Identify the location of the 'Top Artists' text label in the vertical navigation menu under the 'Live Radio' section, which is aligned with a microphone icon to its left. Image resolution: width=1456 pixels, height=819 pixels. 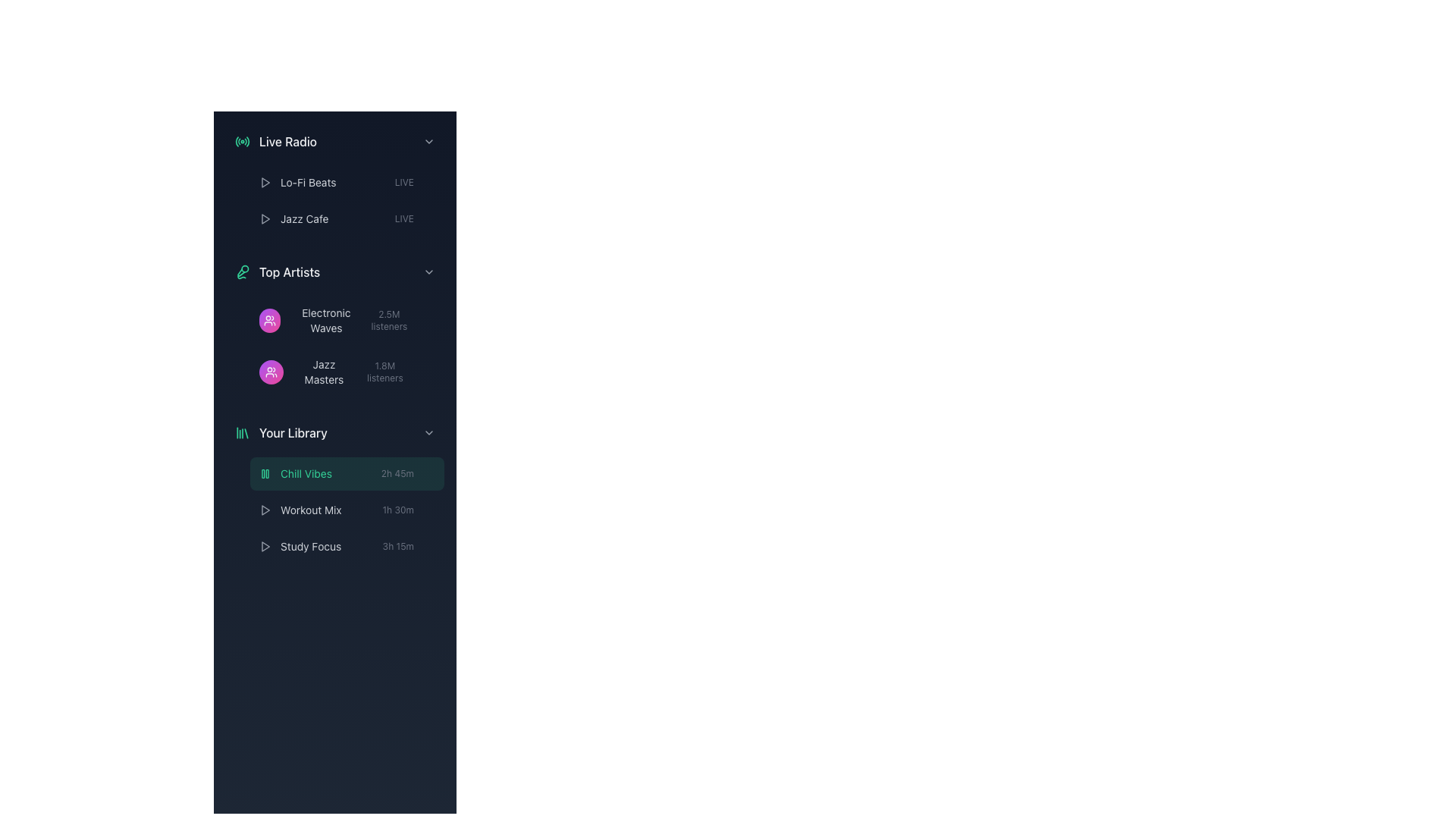
(290, 271).